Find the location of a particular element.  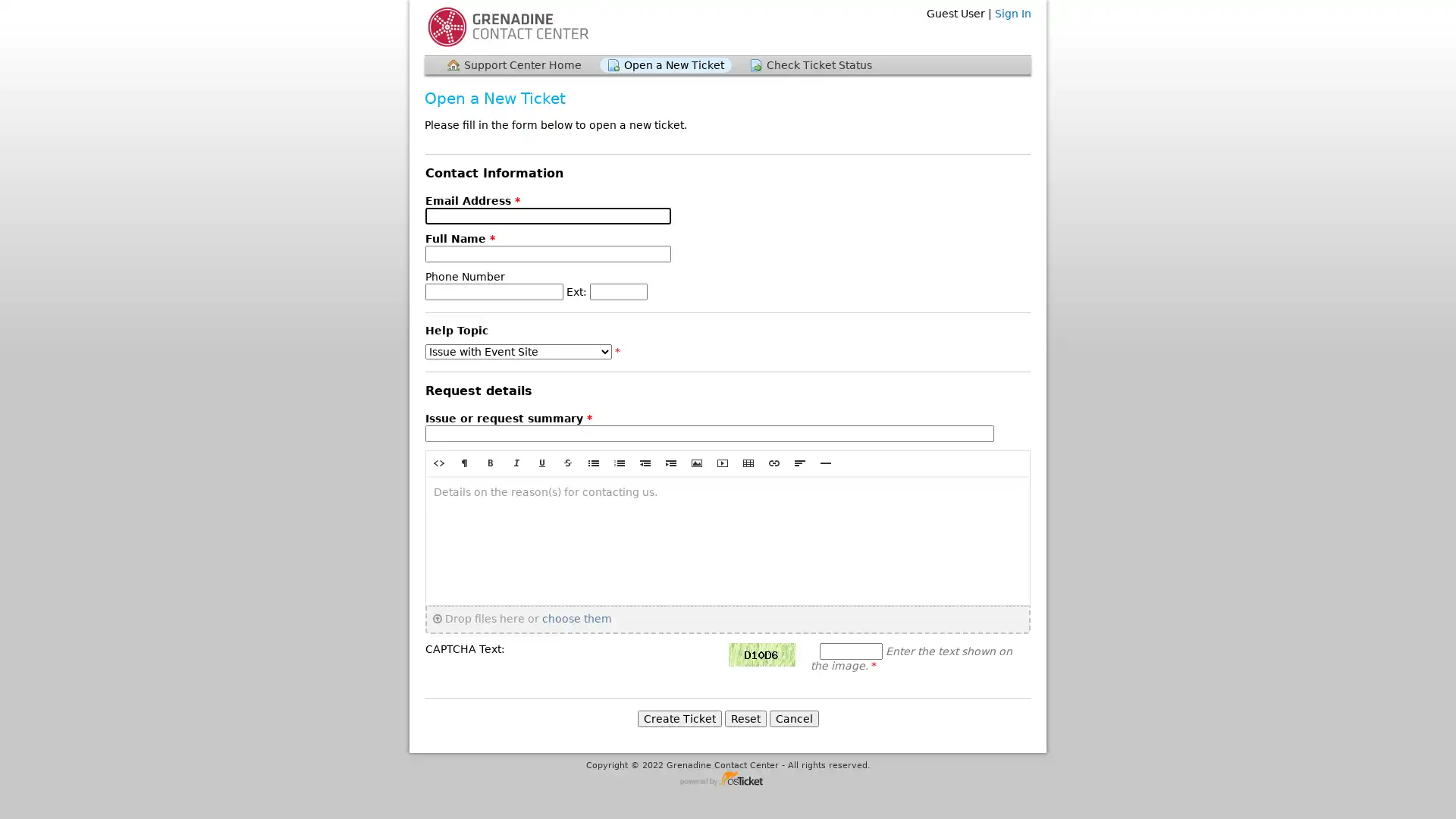

< Outdent is located at coordinates (645, 462).